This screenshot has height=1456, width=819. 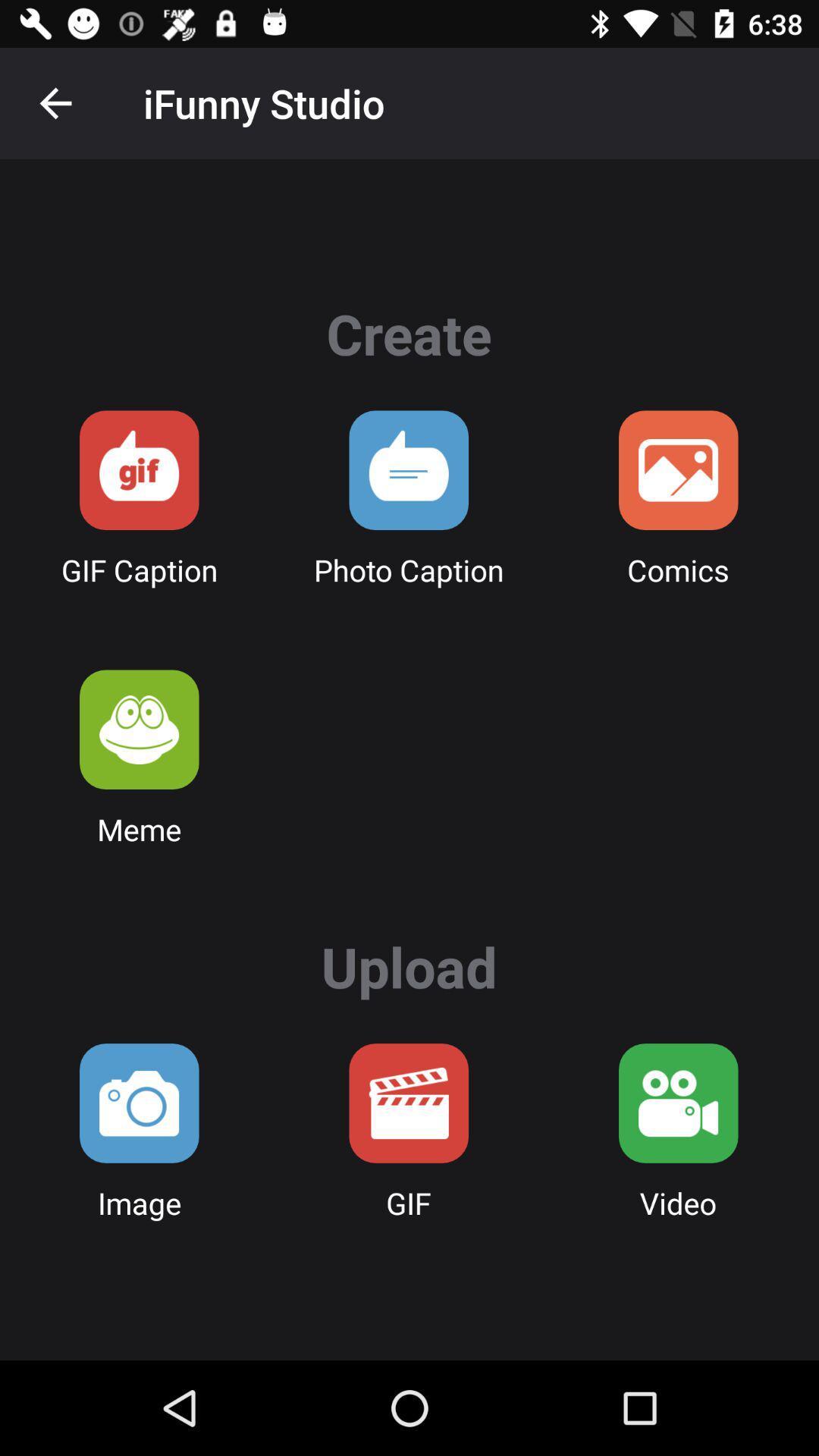 What do you see at coordinates (139, 1103) in the screenshot?
I see `upload an image` at bounding box center [139, 1103].